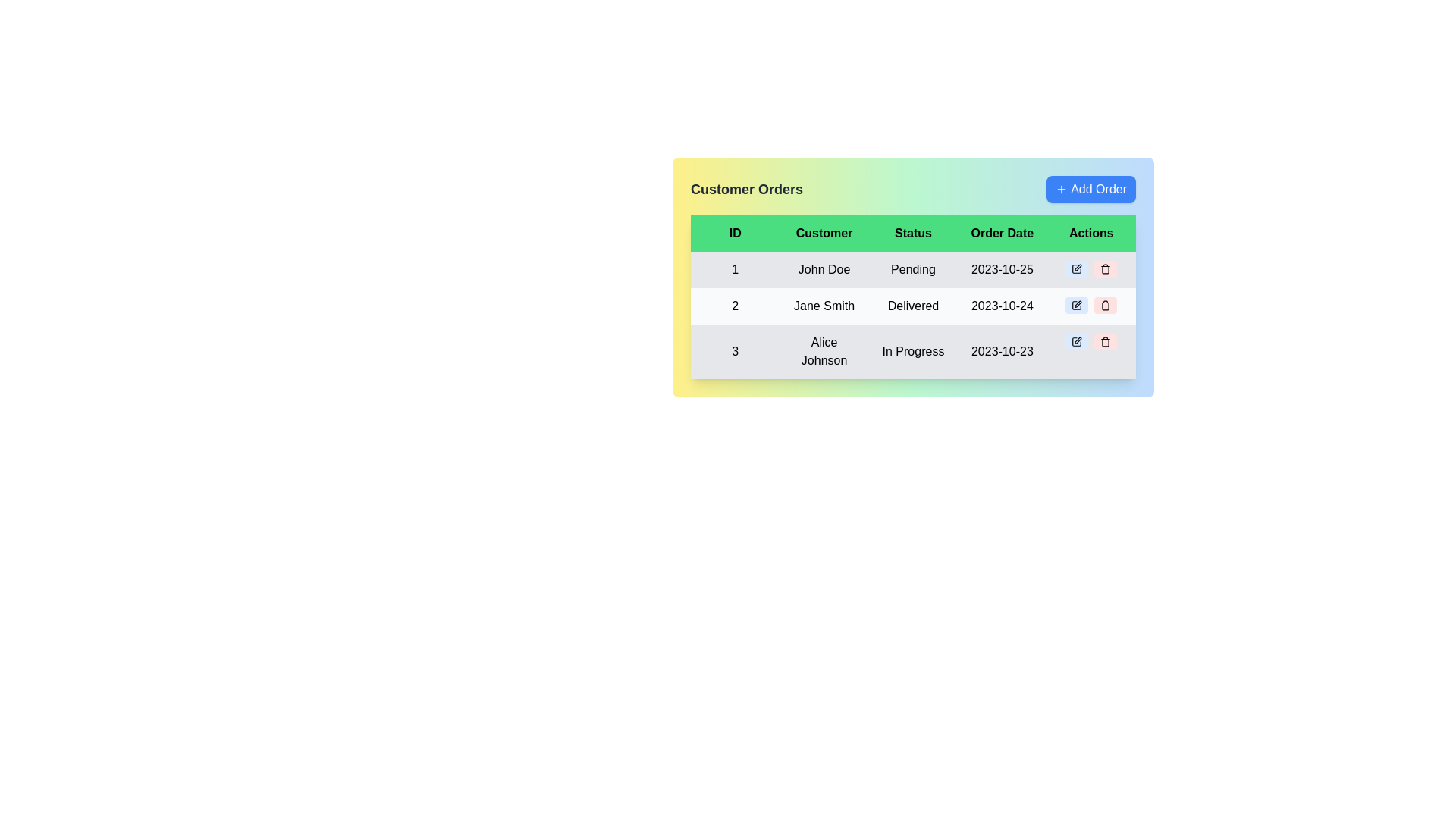 The height and width of the screenshot is (819, 1456). I want to click on the section of the pencil icon characterized by a diagonal stroke and a pointed end located in the third row of the Actions column, so click(1076, 342).